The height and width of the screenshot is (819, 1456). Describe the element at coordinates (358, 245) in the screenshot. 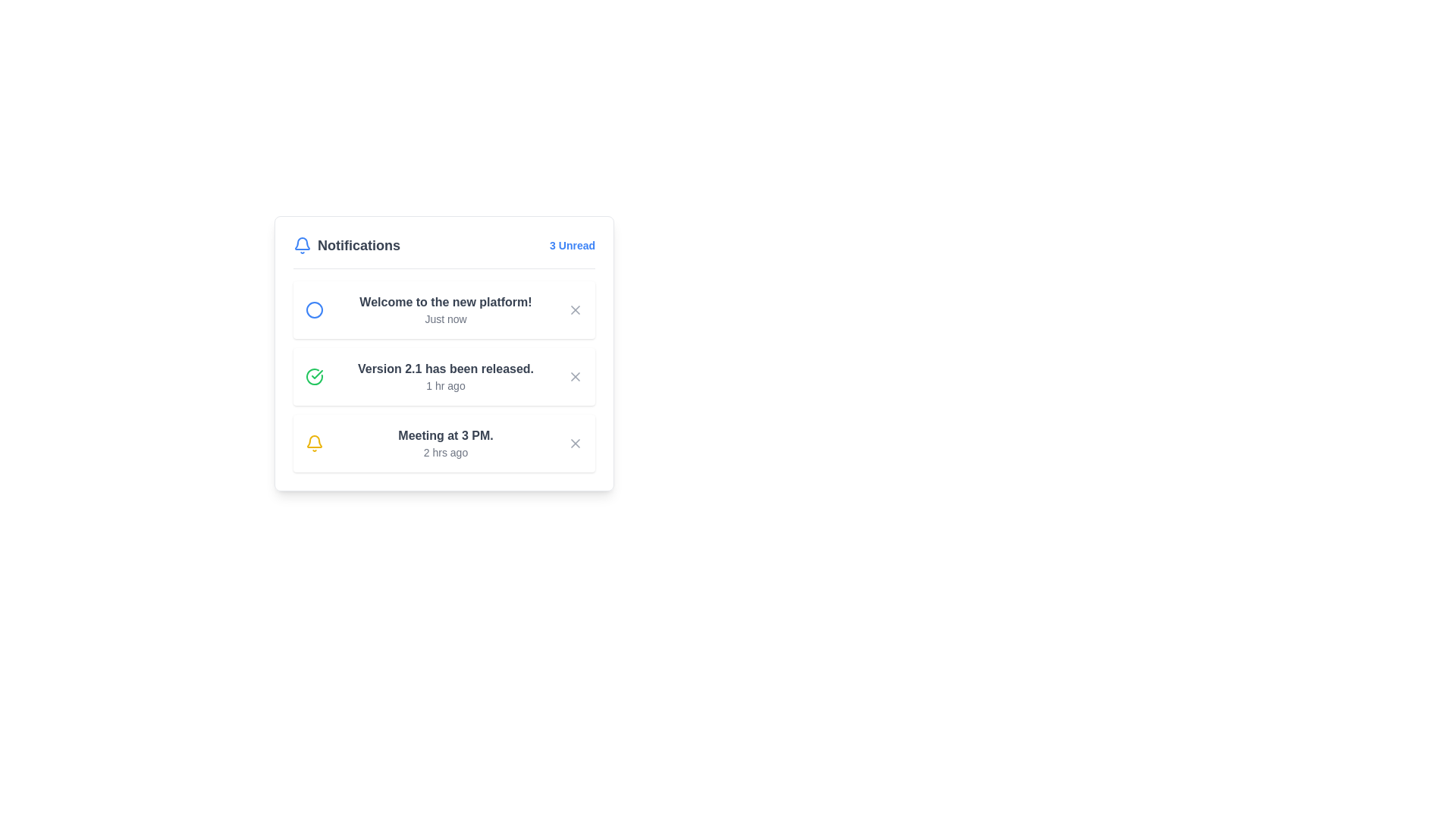

I see `text content of the header title for the notifications section, which is positioned to the right of the blue notification bell icon in the card-like section` at that location.